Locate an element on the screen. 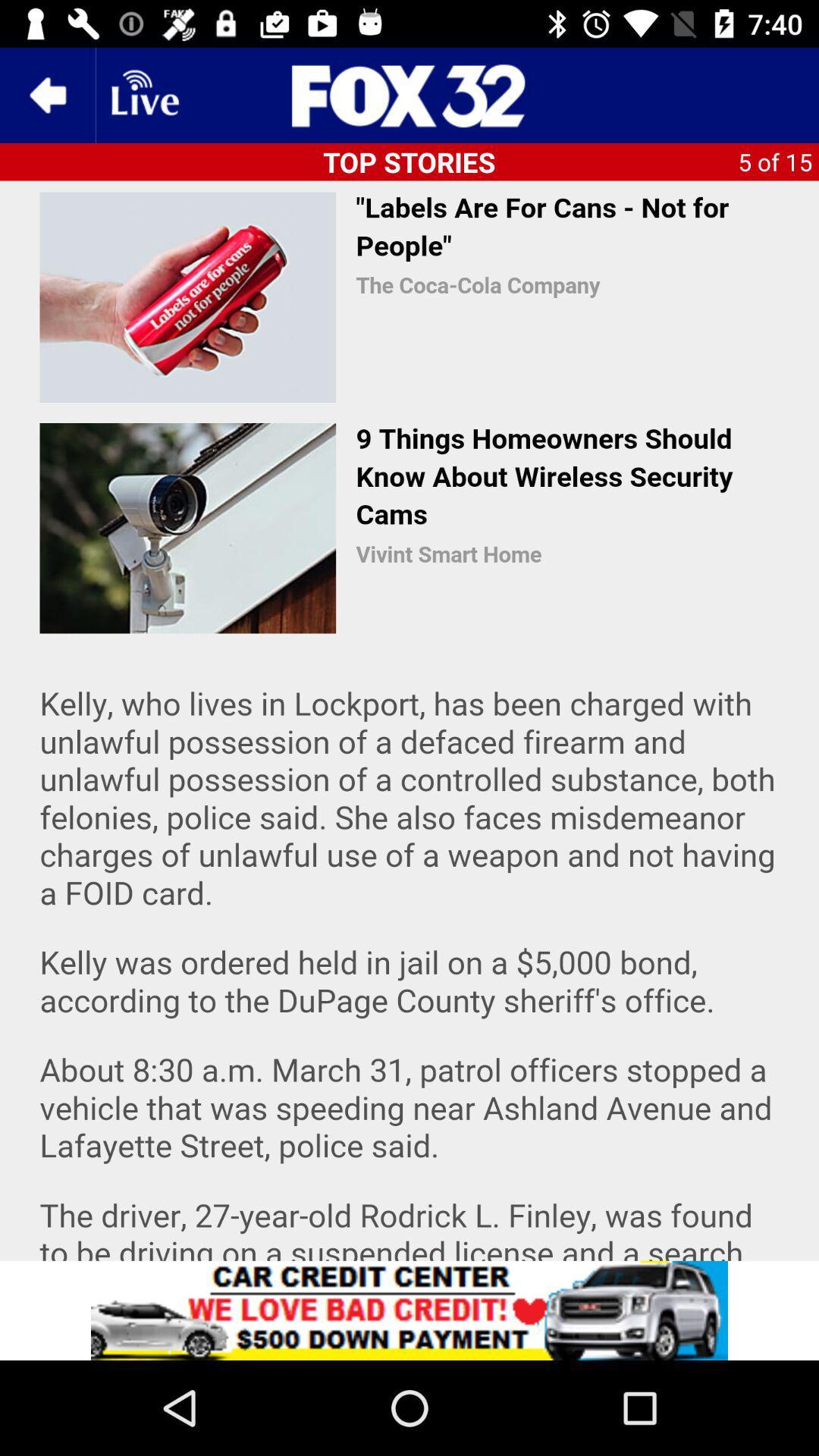  live news is located at coordinates (143, 94).